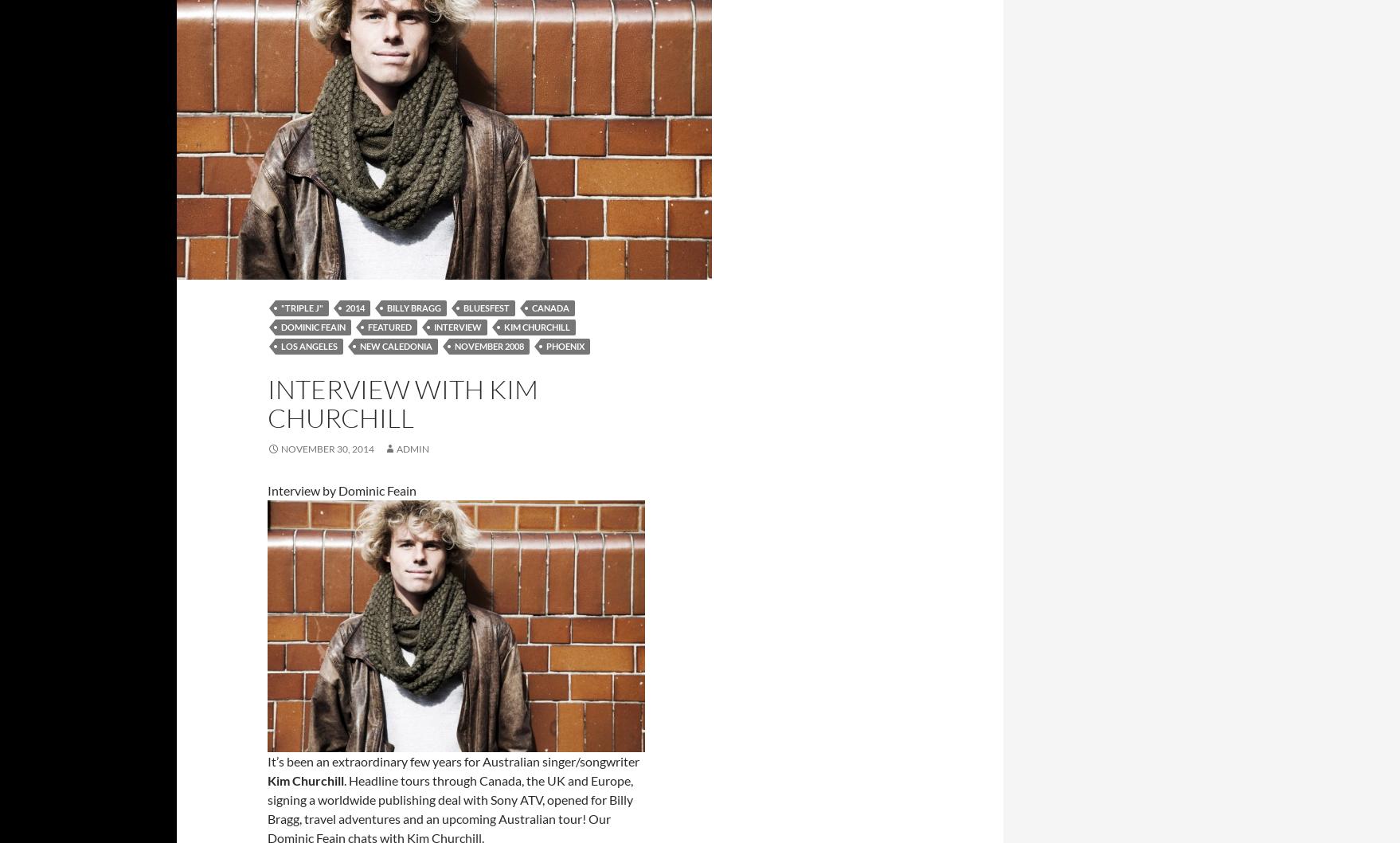 Image resolution: width=1400 pixels, height=843 pixels. I want to click on 'November 30, 2014', so click(281, 449).